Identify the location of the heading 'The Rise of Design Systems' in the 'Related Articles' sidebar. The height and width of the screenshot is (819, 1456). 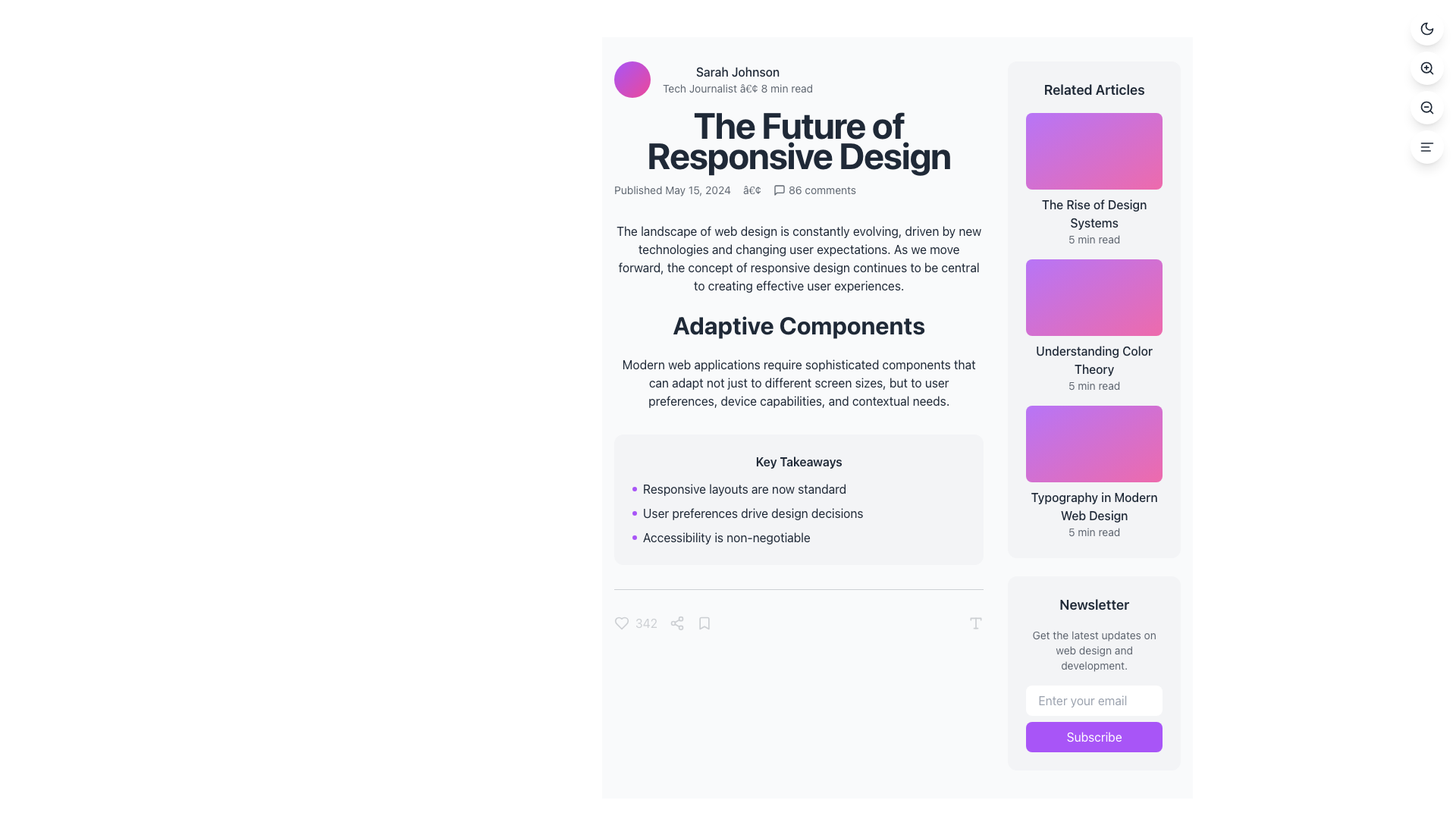
(1094, 214).